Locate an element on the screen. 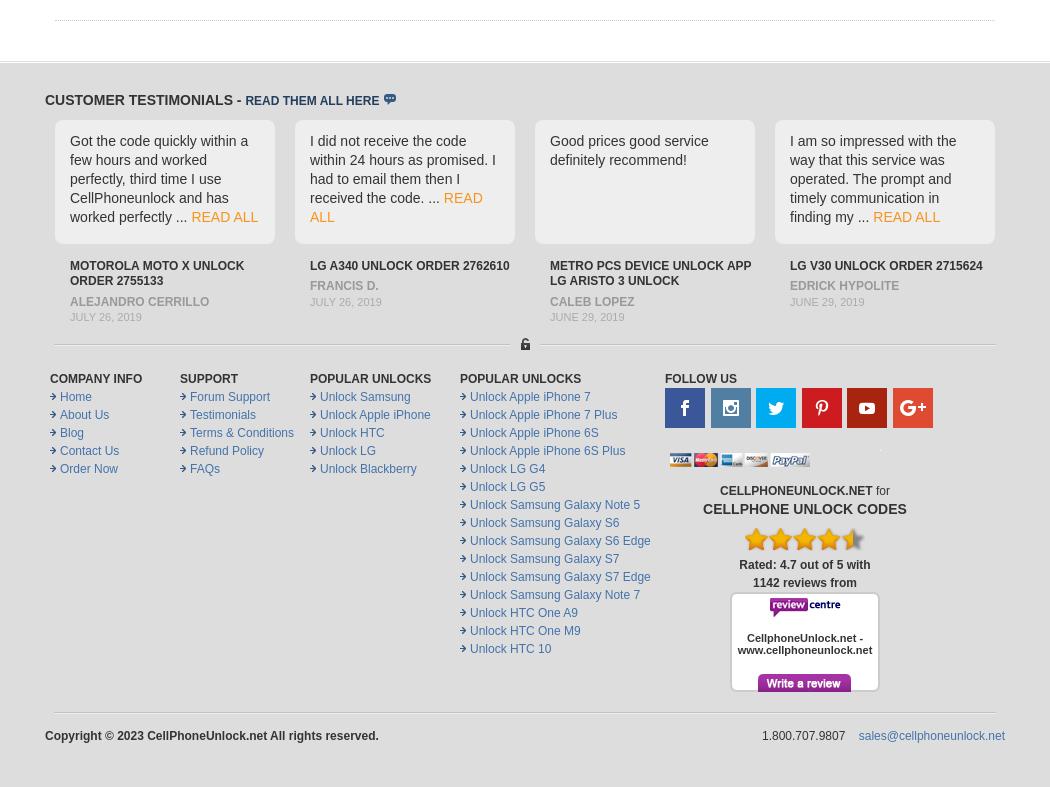 The image size is (1050, 787). 'Unlock Blackberry' is located at coordinates (367, 468).